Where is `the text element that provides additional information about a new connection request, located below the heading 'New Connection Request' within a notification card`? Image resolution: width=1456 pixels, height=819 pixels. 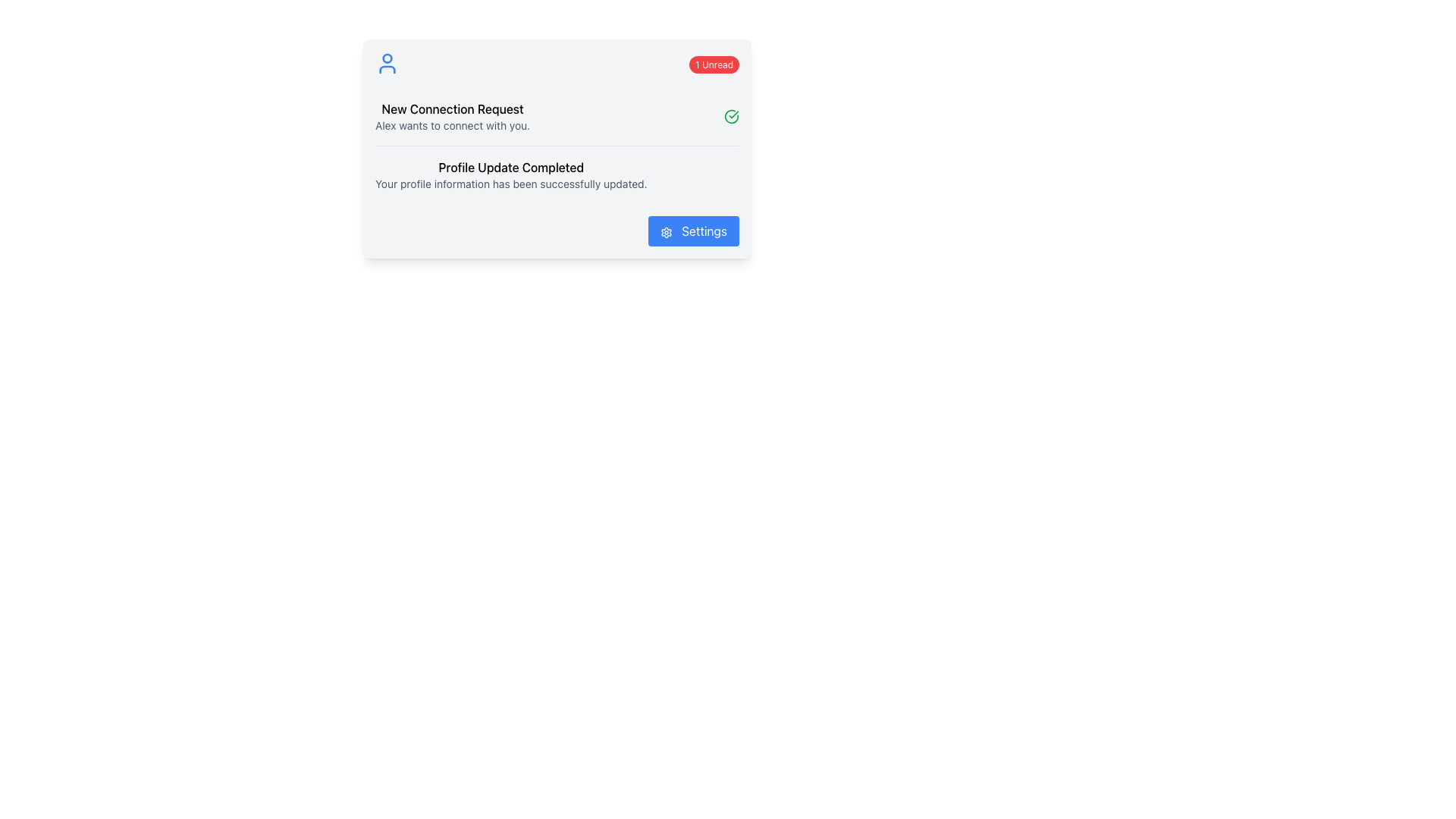 the text element that provides additional information about a new connection request, located below the heading 'New Connection Request' within a notification card is located at coordinates (452, 124).